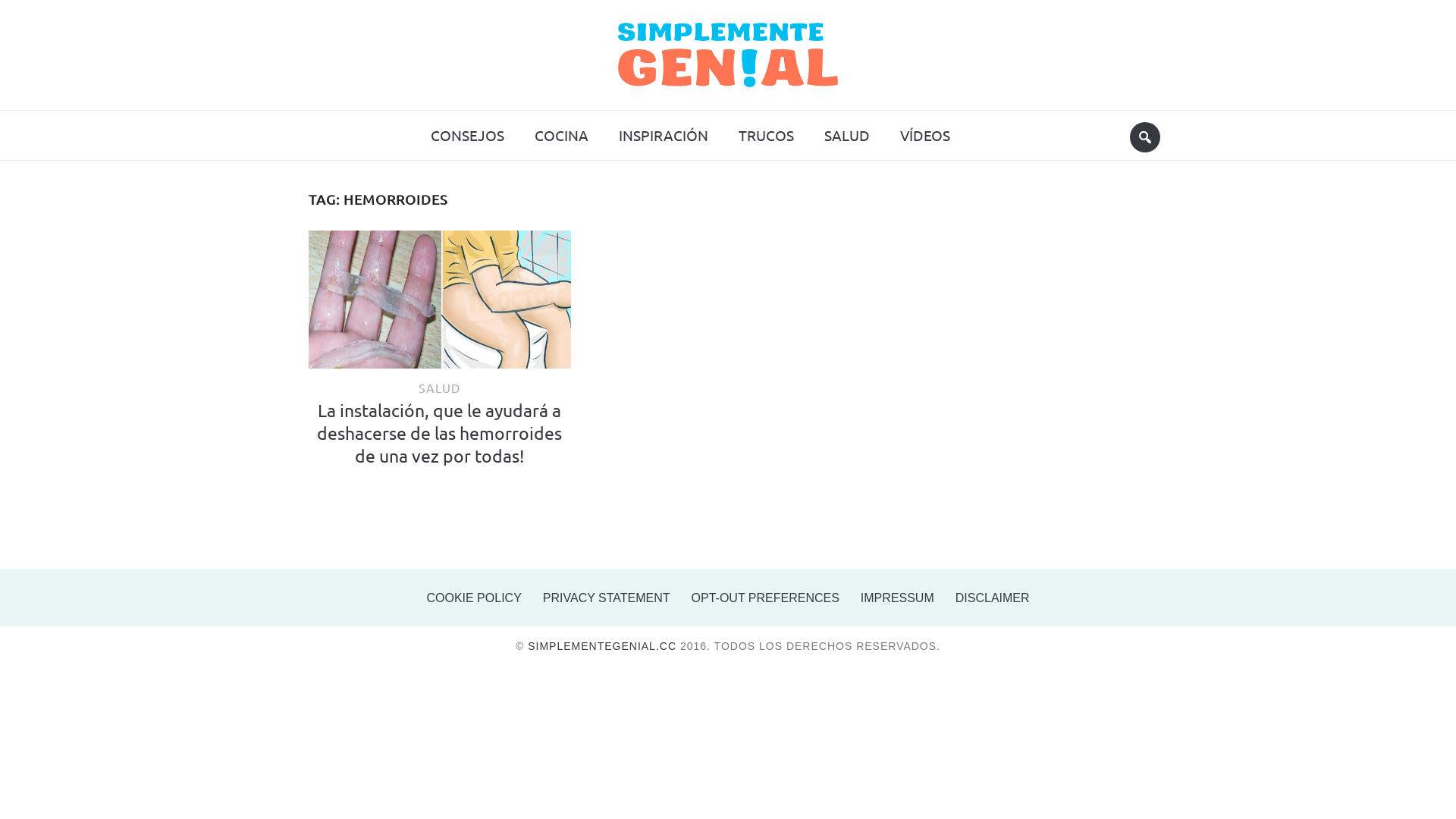 This screenshot has height=819, width=1456. Describe the element at coordinates (1129, 137) in the screenshot. I see `'Buscar'` at that location.